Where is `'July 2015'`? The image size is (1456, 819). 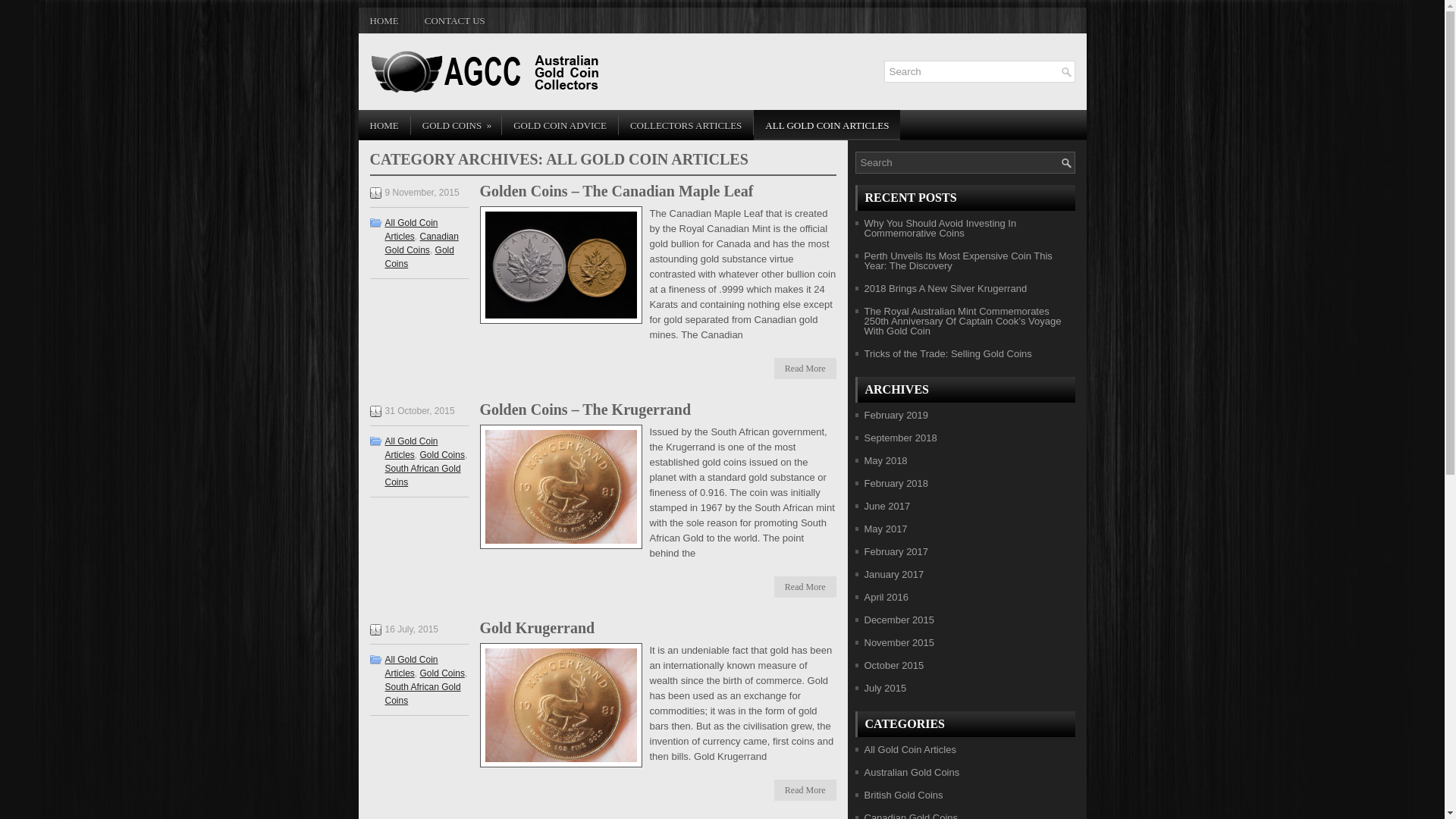
'July 2015' is located at coordinates (885, 688).